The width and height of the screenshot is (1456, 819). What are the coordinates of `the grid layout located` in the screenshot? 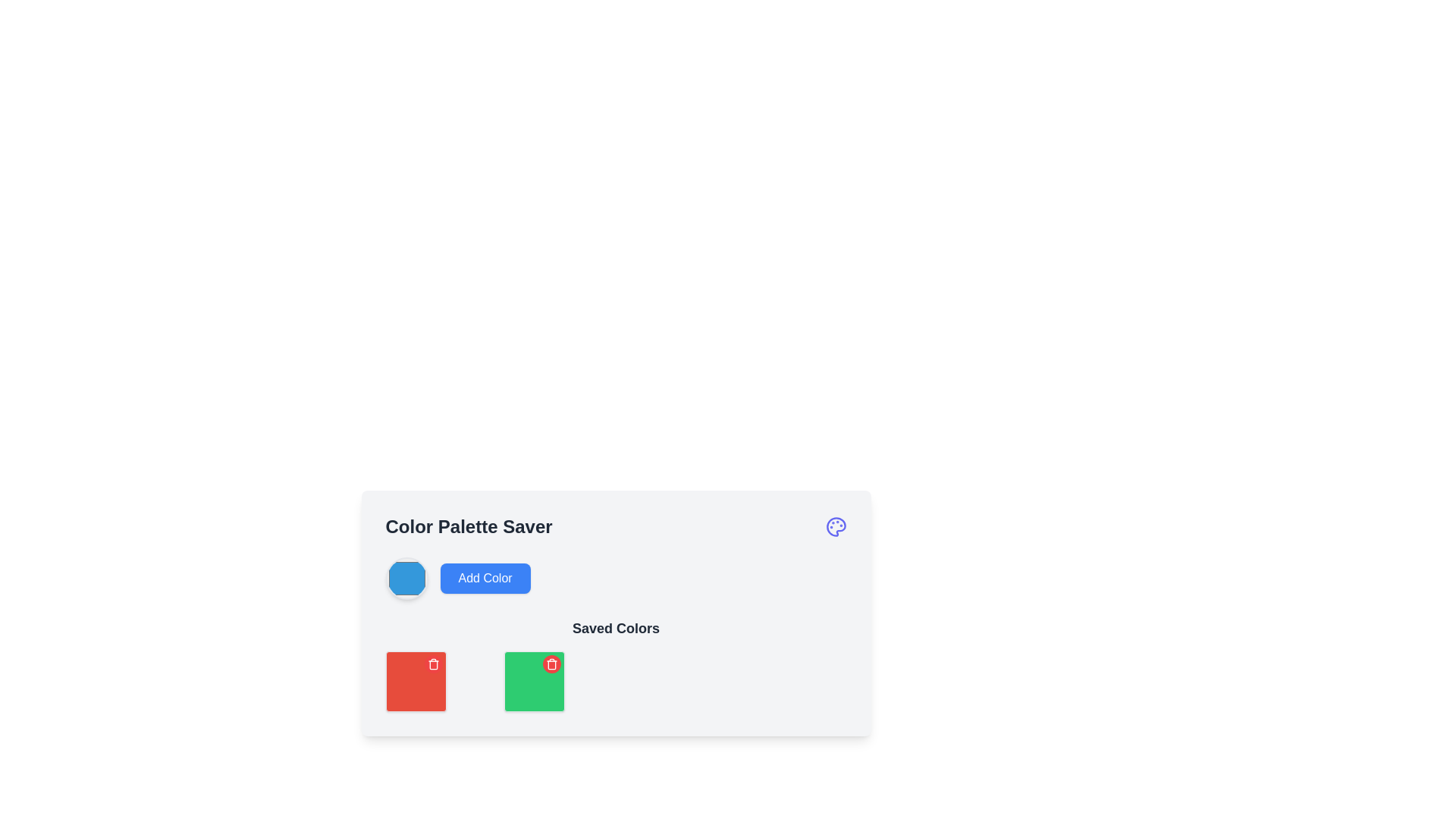 It's located at (616, 680).